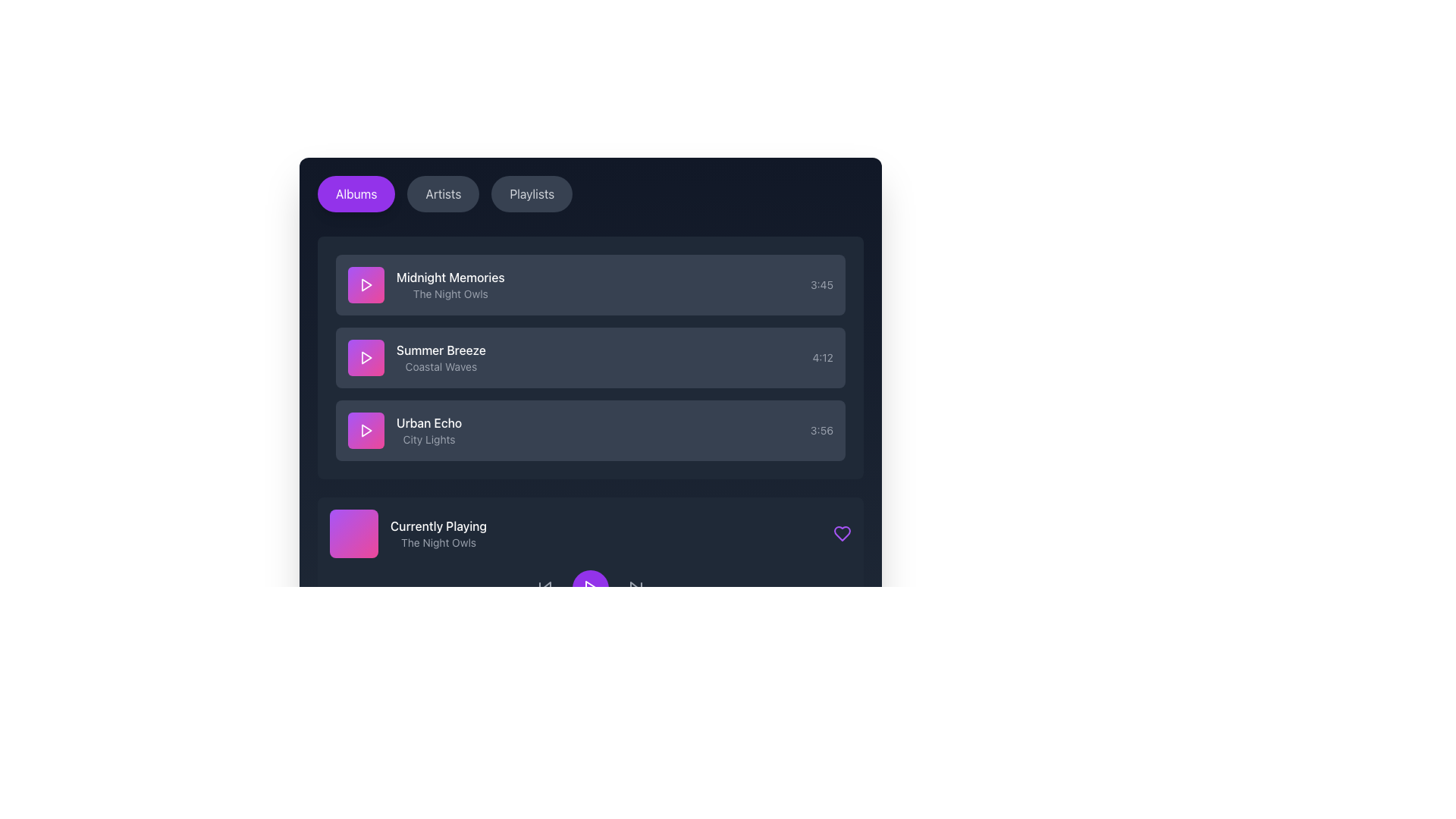  Describe the element at coordinates (428, 430) in the screenshot. I see `the text block containing 'Urban Echo' and 'City Lights'` at that location.